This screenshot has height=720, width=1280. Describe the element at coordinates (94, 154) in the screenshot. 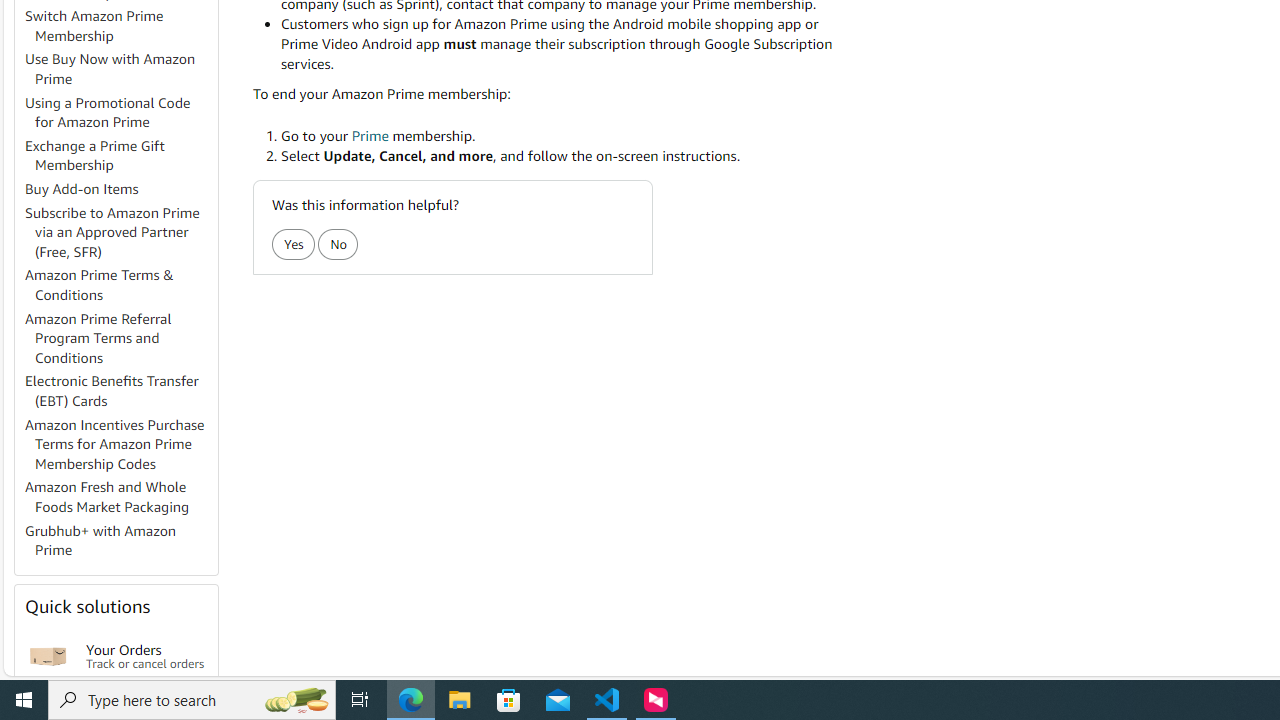

I see `'Exchange a Prime Gift Membership'` at that location.